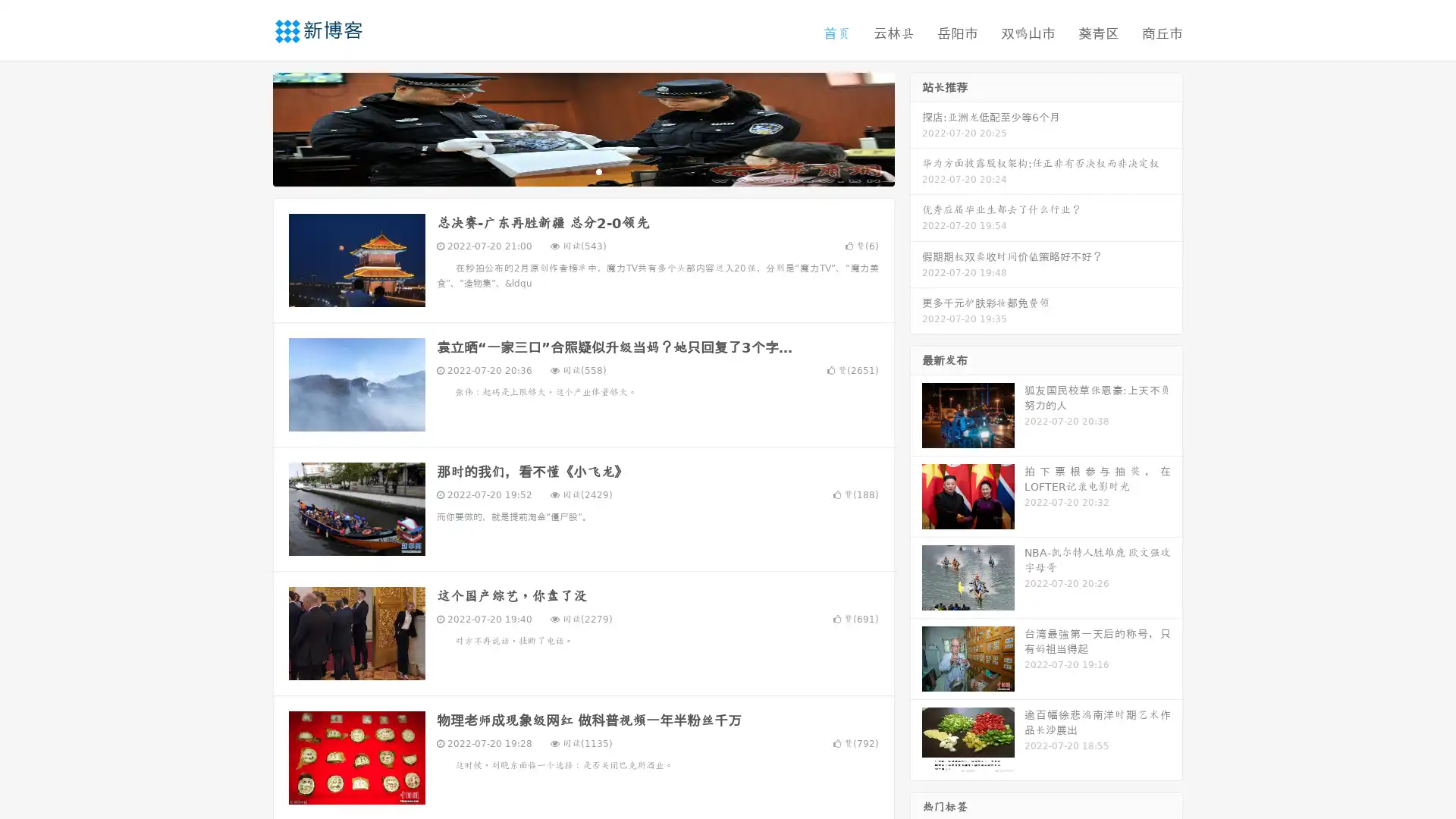  Describe the element at coordinates (250, 127) in the screenshot. I see `Previous slide` at that location.